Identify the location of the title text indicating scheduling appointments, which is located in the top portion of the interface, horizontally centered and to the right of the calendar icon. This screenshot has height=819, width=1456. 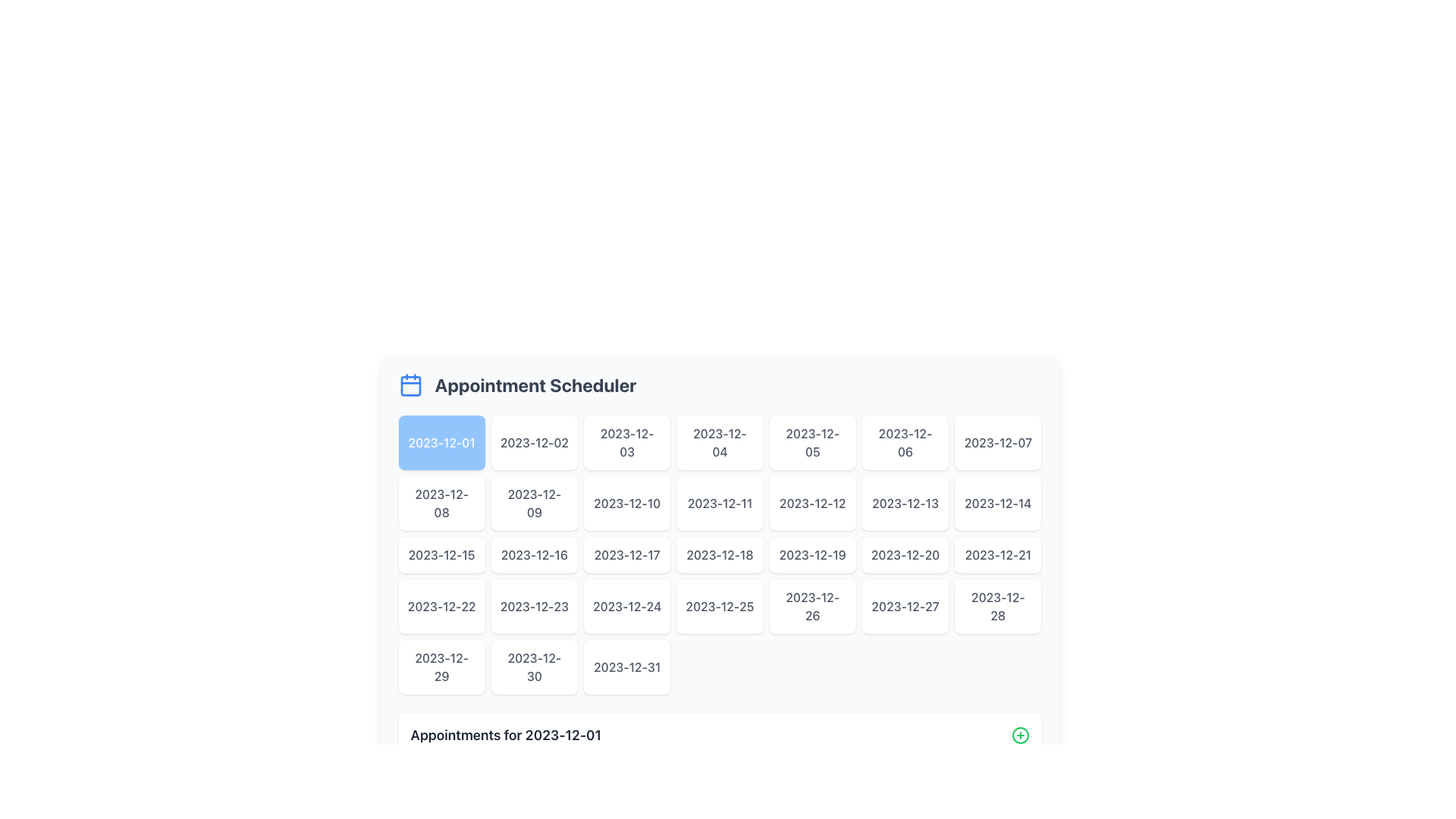
(535, 384).